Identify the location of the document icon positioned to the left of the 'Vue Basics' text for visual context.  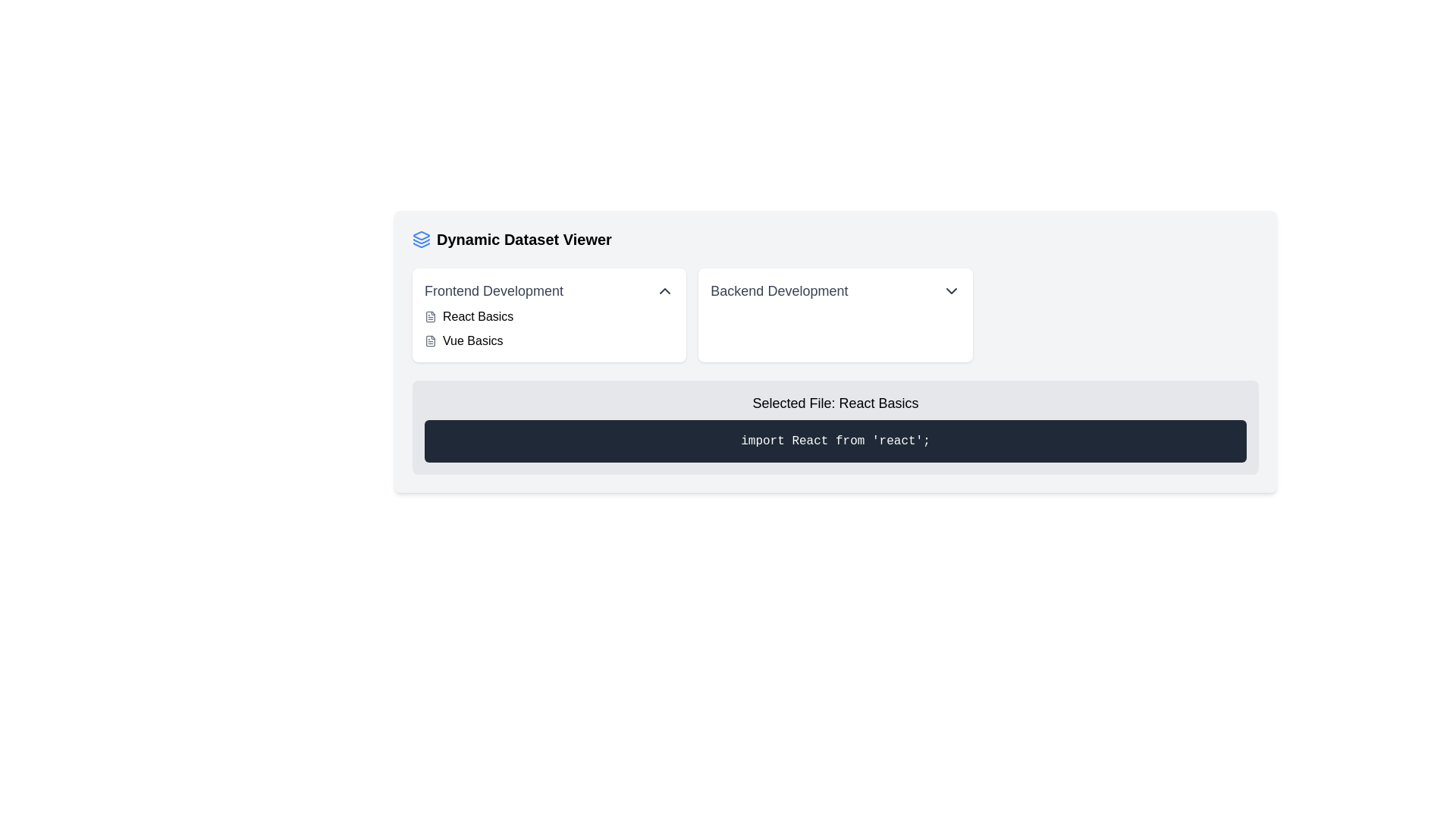
(429, 341).